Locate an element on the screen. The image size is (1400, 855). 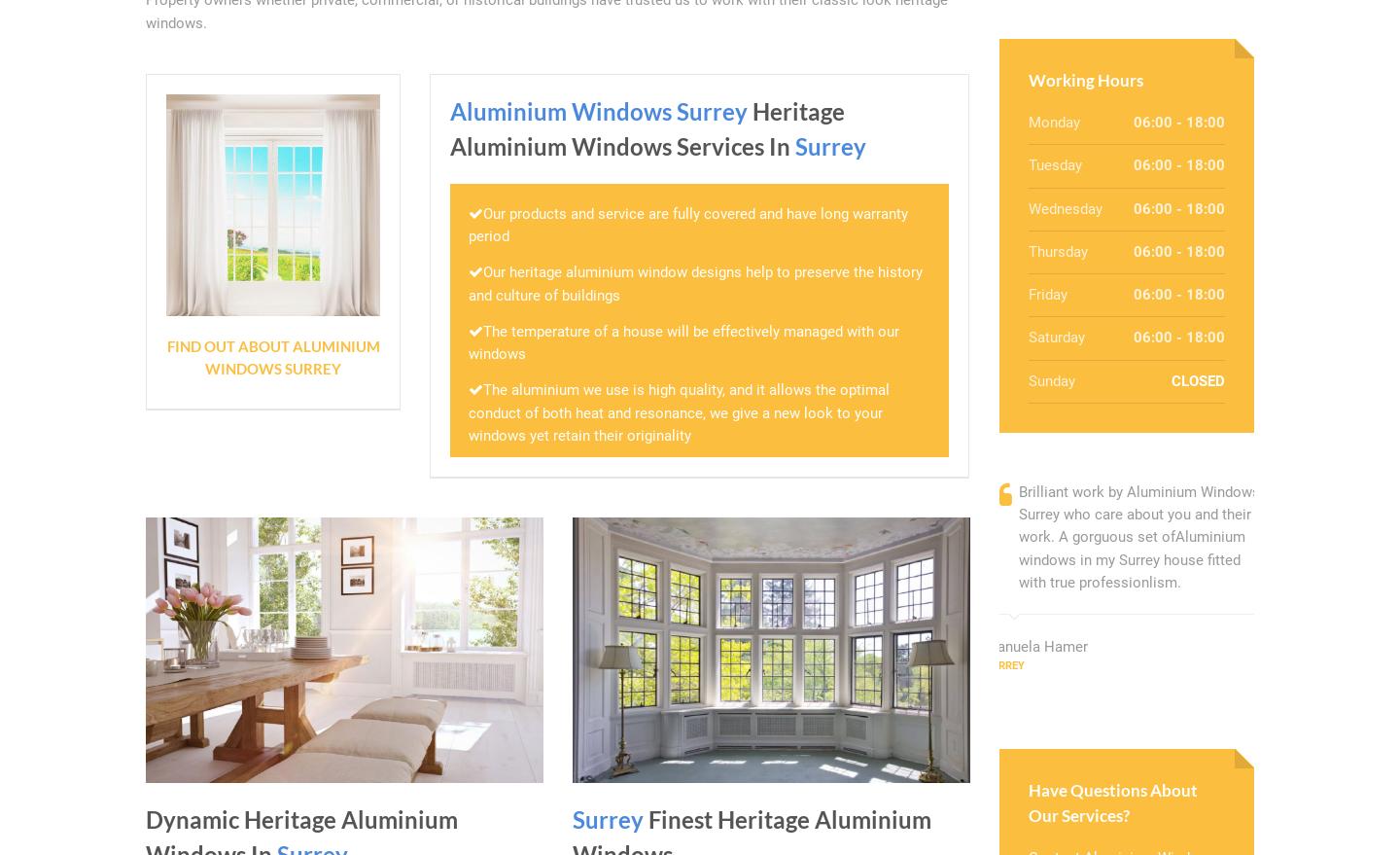
'Phillip Campbell' is located at coordinates (1319, 668).